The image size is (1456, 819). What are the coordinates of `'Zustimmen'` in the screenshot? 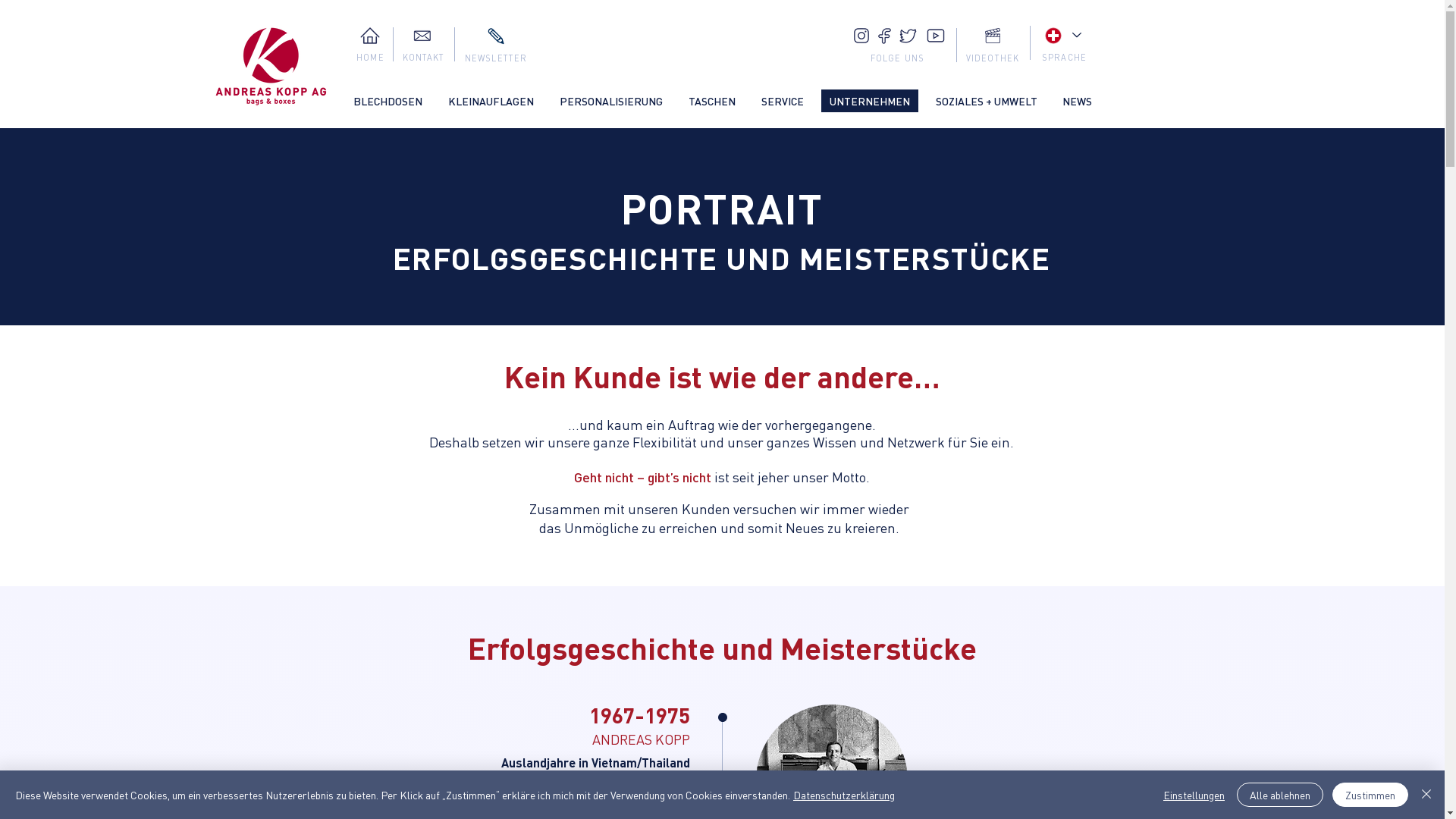 It's located at (1370, 794).